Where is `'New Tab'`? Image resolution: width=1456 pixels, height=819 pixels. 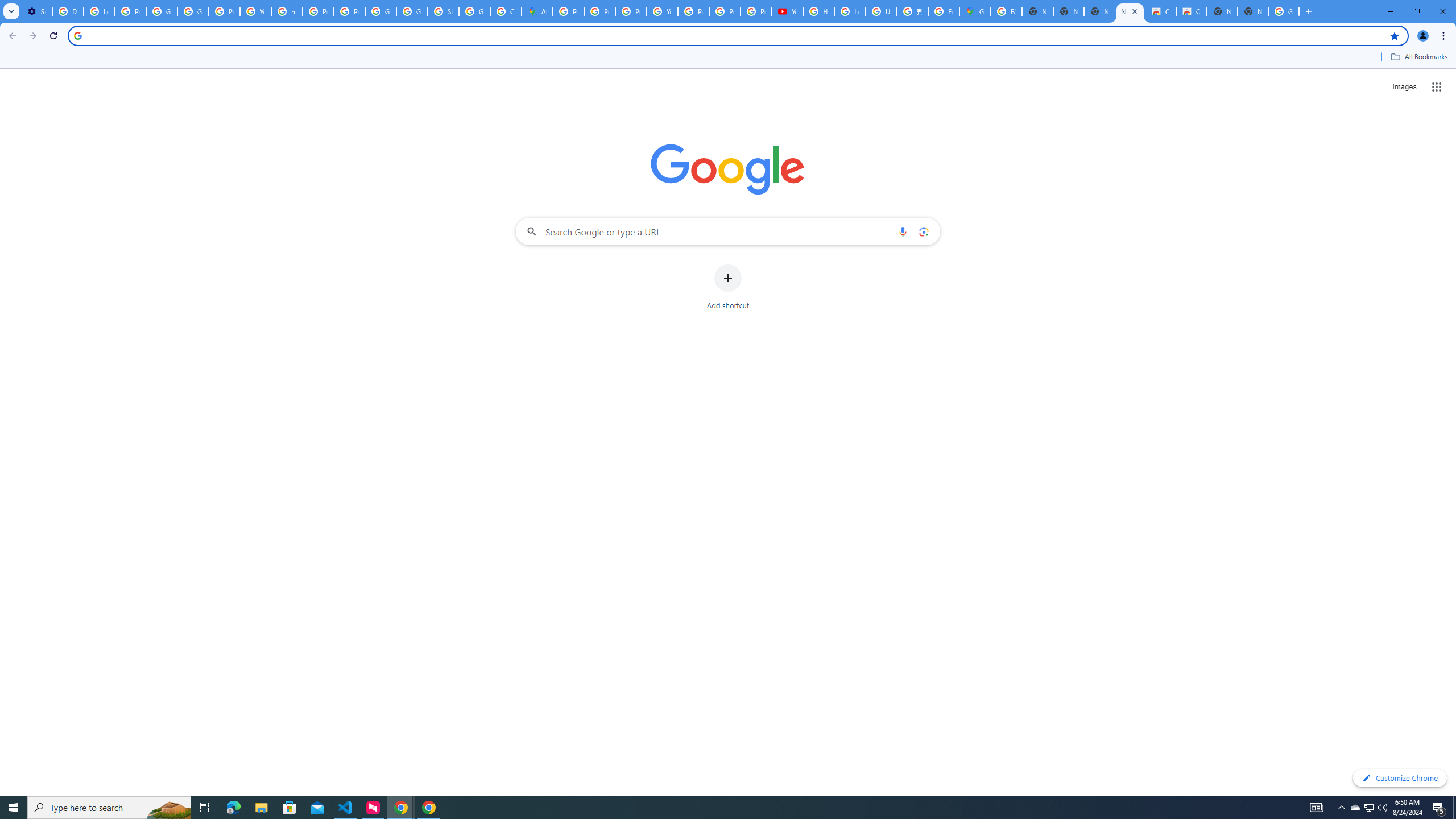 'New Tab' is located at coordinates (1252, 11).